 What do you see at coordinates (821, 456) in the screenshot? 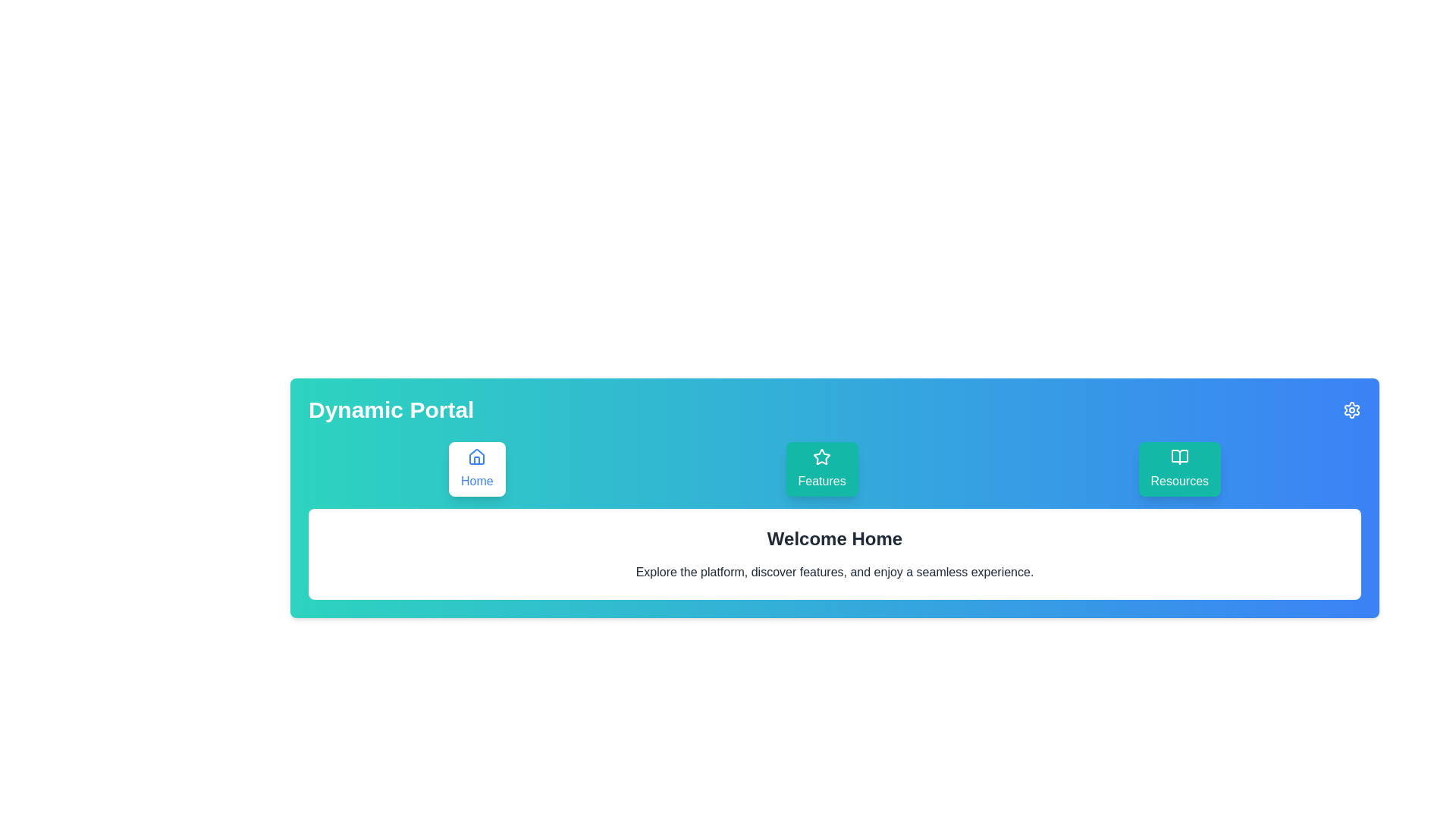
I see `the star icon surrounding the 'Features' button located at the center top of the interface` at bounding box center [821, 456].